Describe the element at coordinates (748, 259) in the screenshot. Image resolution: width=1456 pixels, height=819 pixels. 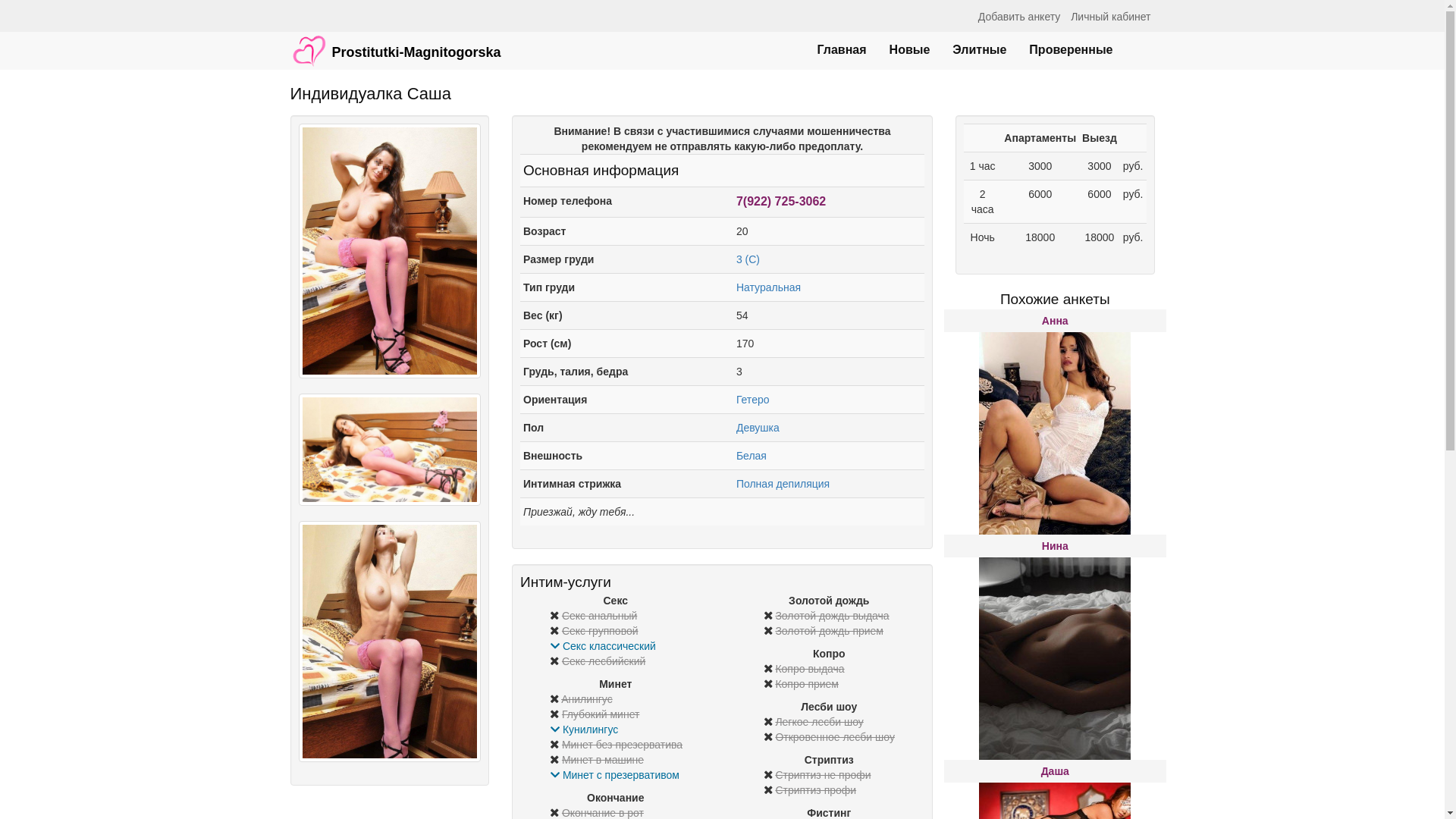
I see `'3 (C)'` at that location.